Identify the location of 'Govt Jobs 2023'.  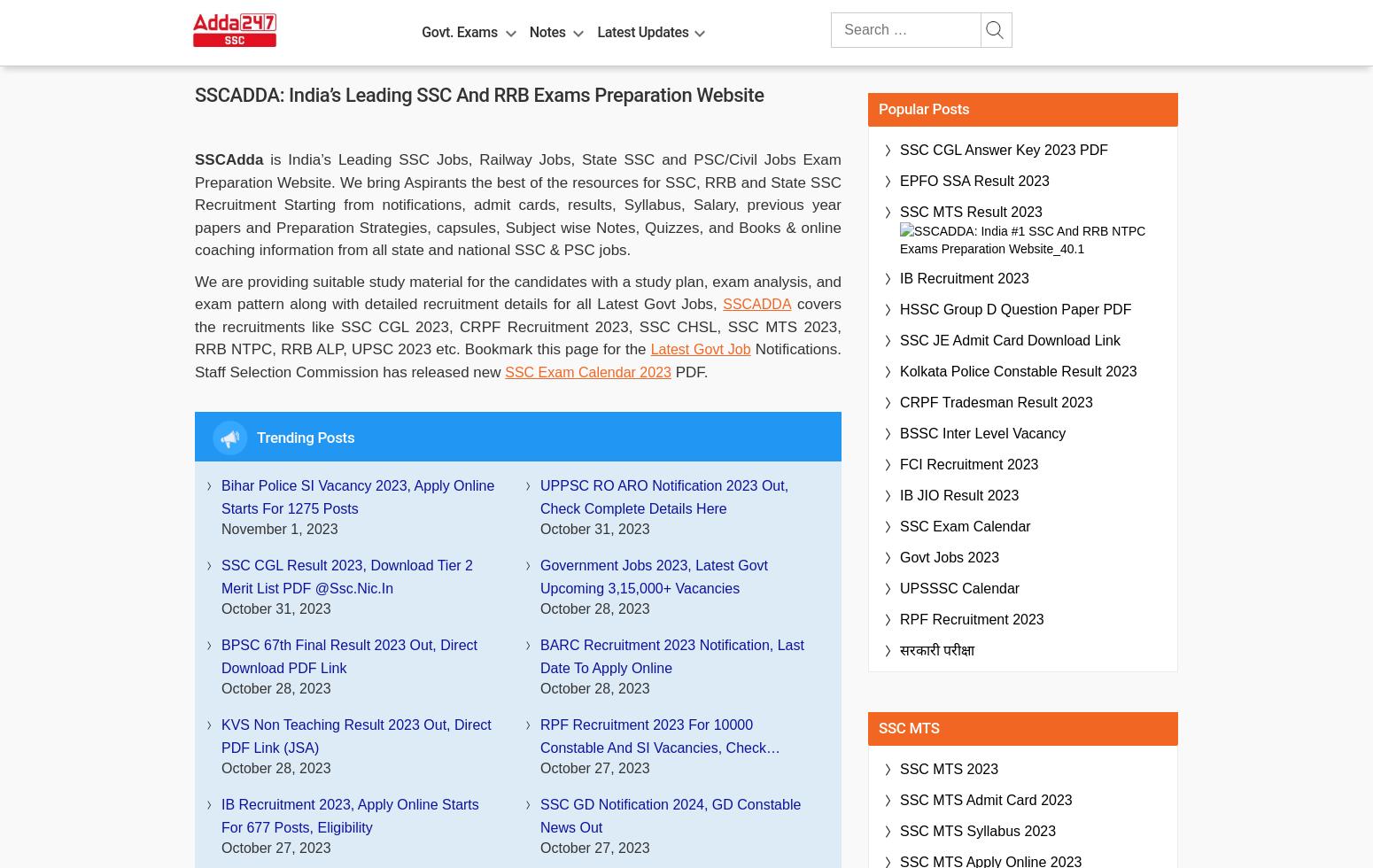
(900, 557).